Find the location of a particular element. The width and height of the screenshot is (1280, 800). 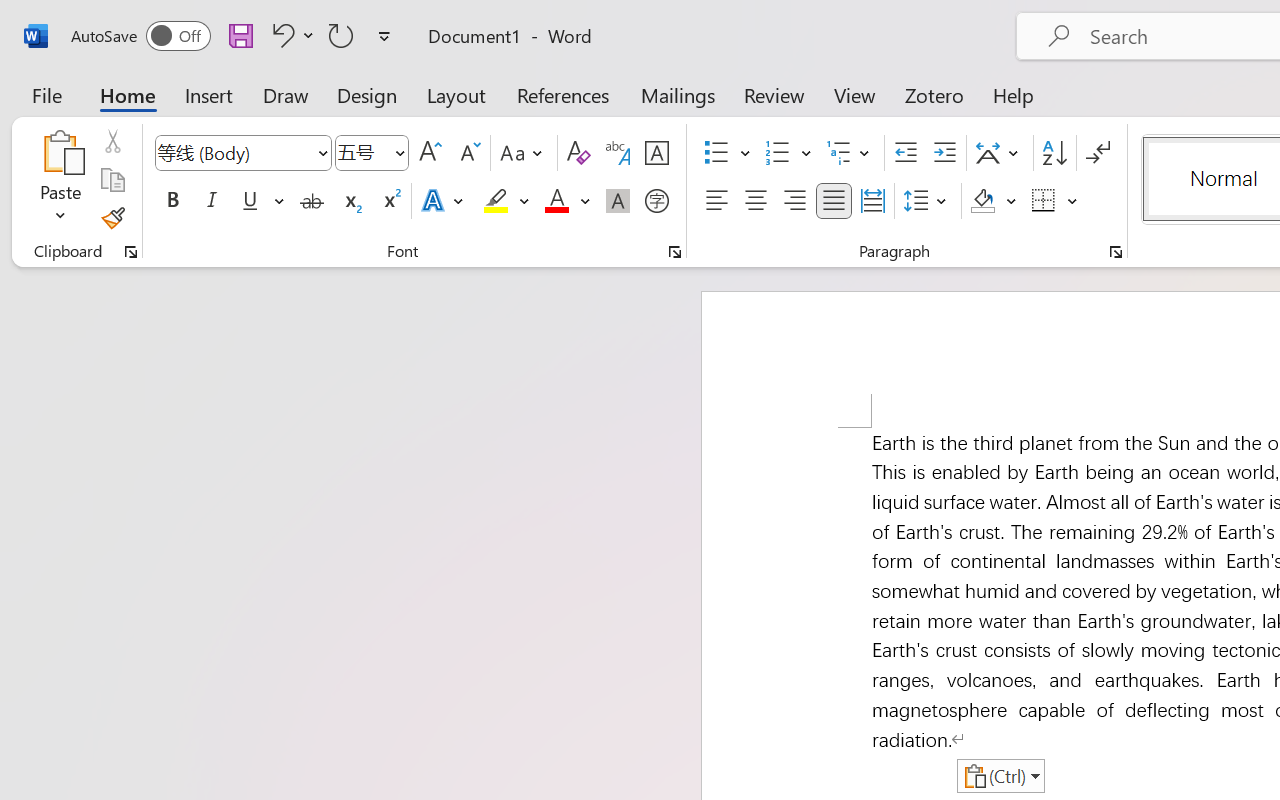

'Align Left' is located at coordinates (716, 201).